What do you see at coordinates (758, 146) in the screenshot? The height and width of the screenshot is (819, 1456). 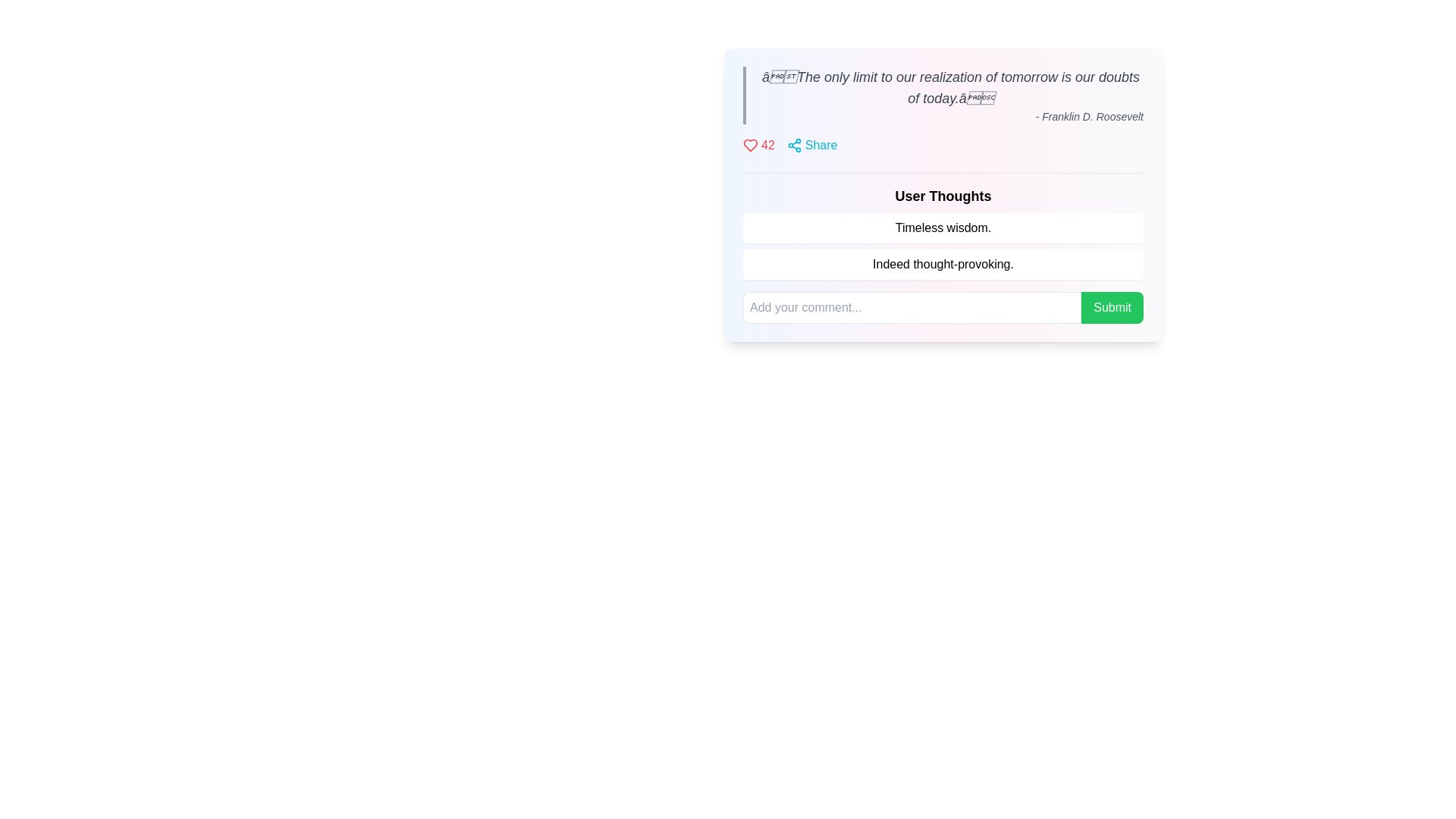 I see `the interactive label displaying the number of likes or favorites, which is positioned to the left of the 'Share' icon` at bounding box center [758, 146].